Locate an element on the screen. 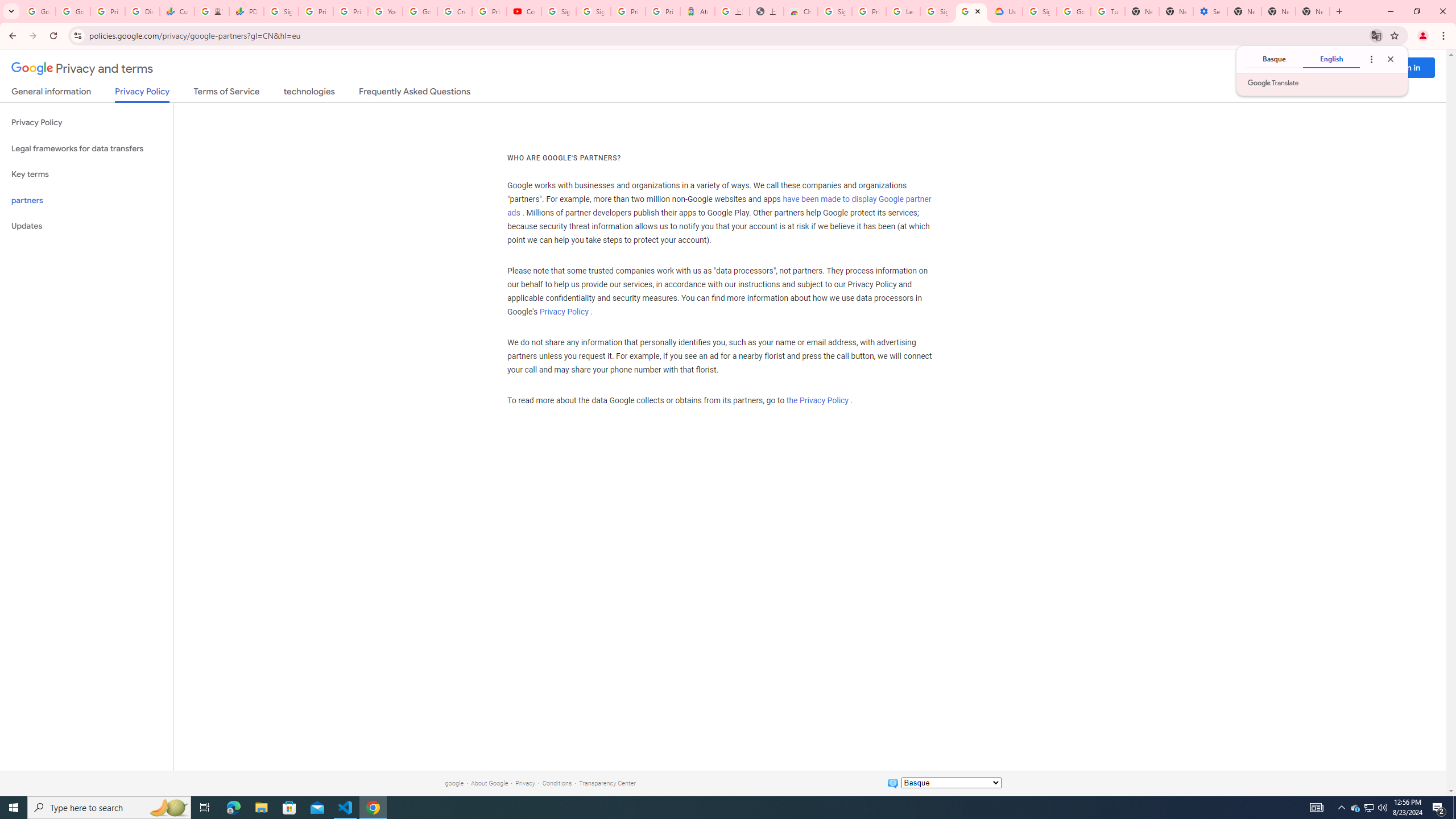 This screenshot has height=819, width=1456. 'Atour Hotel - Google hotels' is located at coordinates (698, 11).